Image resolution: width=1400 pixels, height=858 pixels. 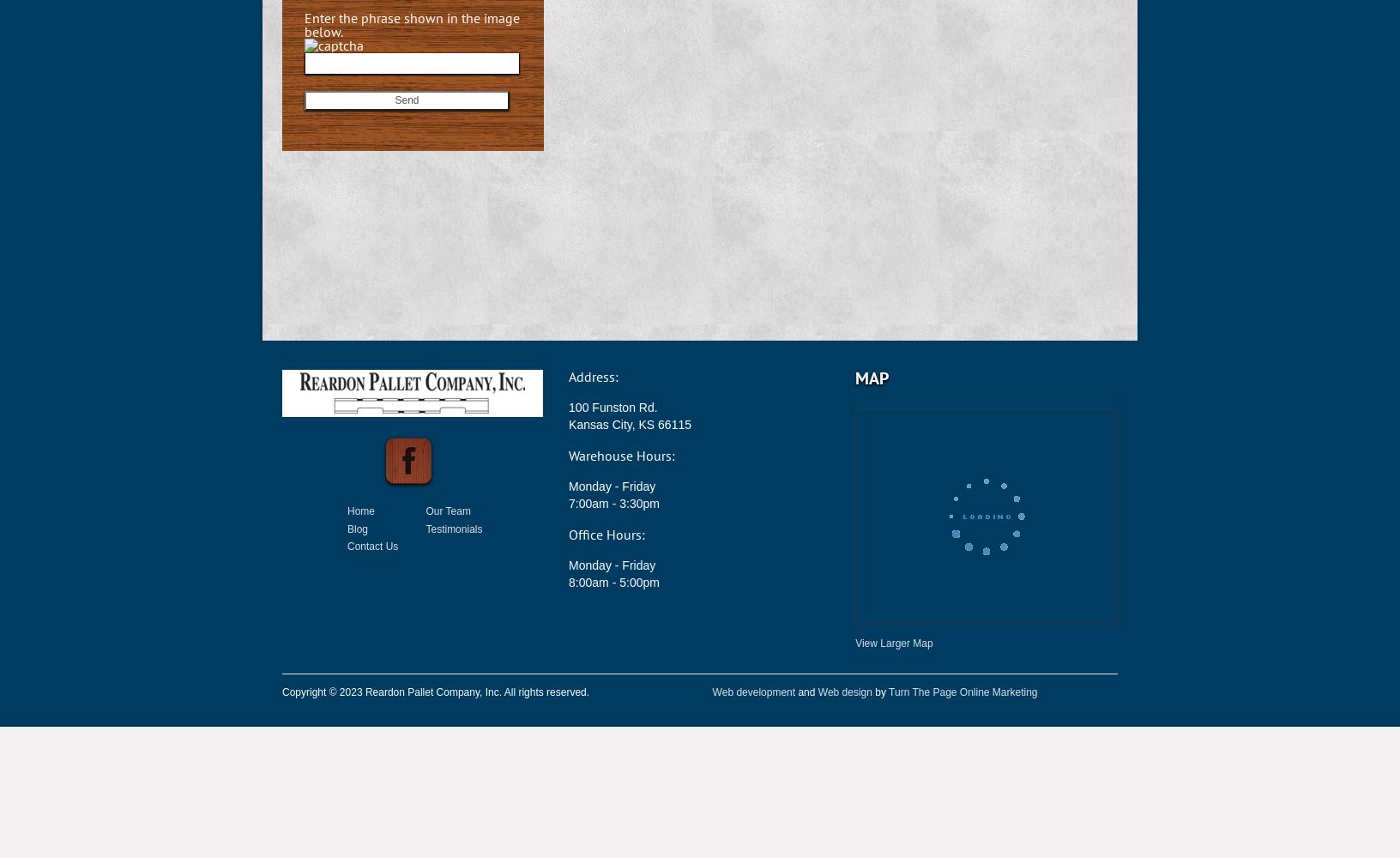 What do you see at coordinates (887, 692) in the screenshot?
I see `'Turn The Page Online Marketing'` at bounding box center [887, 692].